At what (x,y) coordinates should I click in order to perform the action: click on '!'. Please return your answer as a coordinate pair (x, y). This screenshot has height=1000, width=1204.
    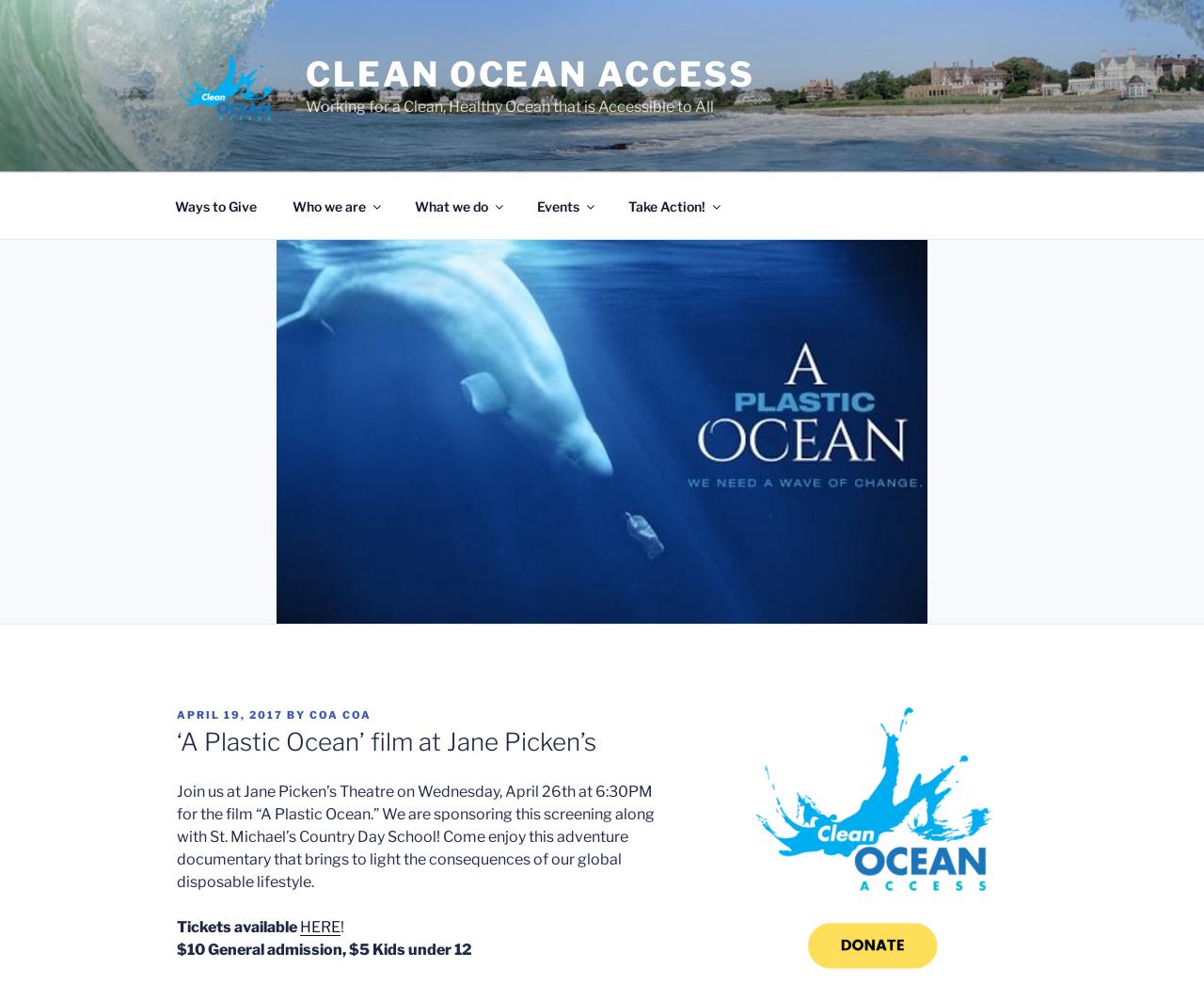
    Looking at the image, I should click on (342, 926).